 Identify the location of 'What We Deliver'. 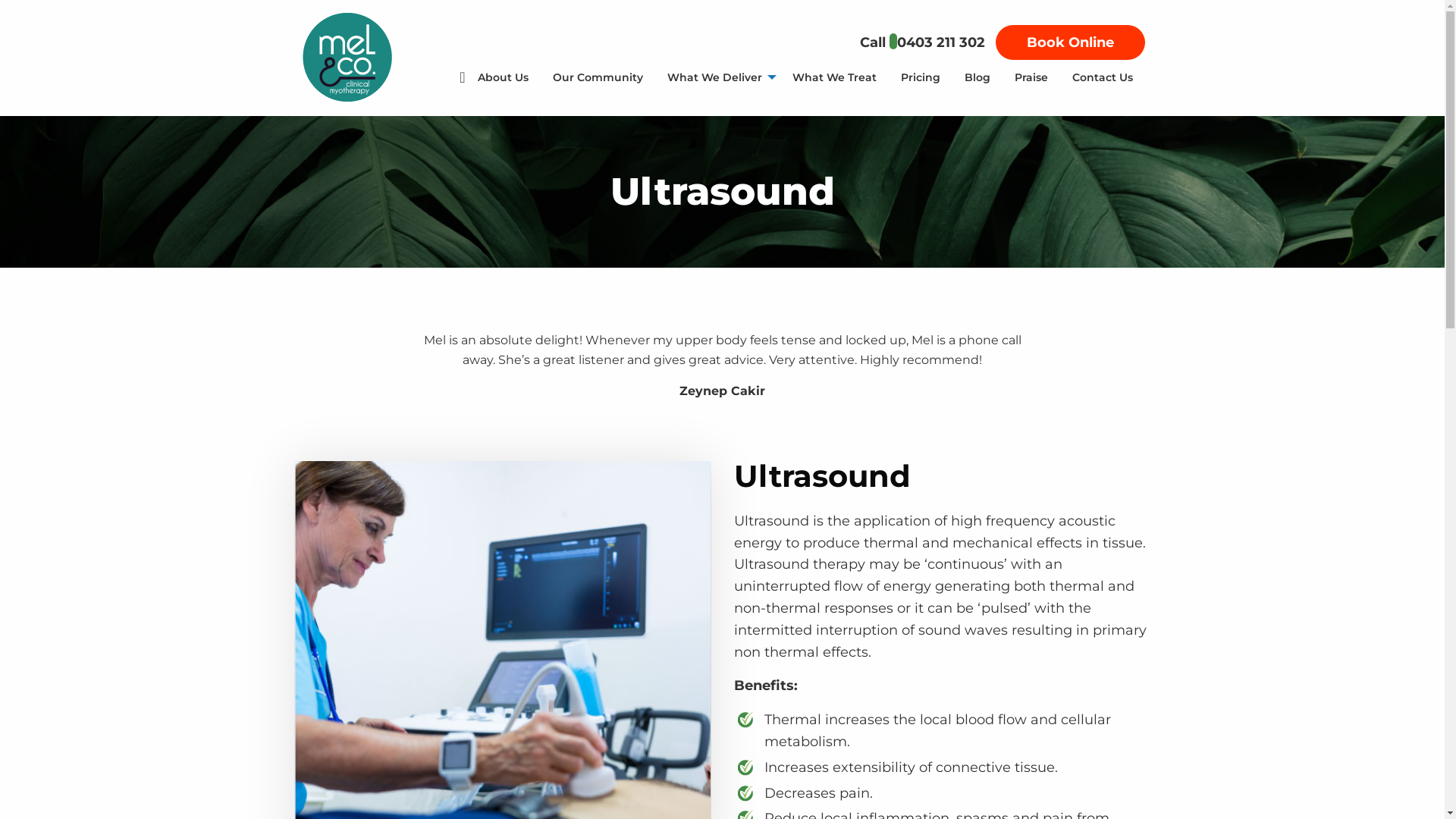
(717, 77).